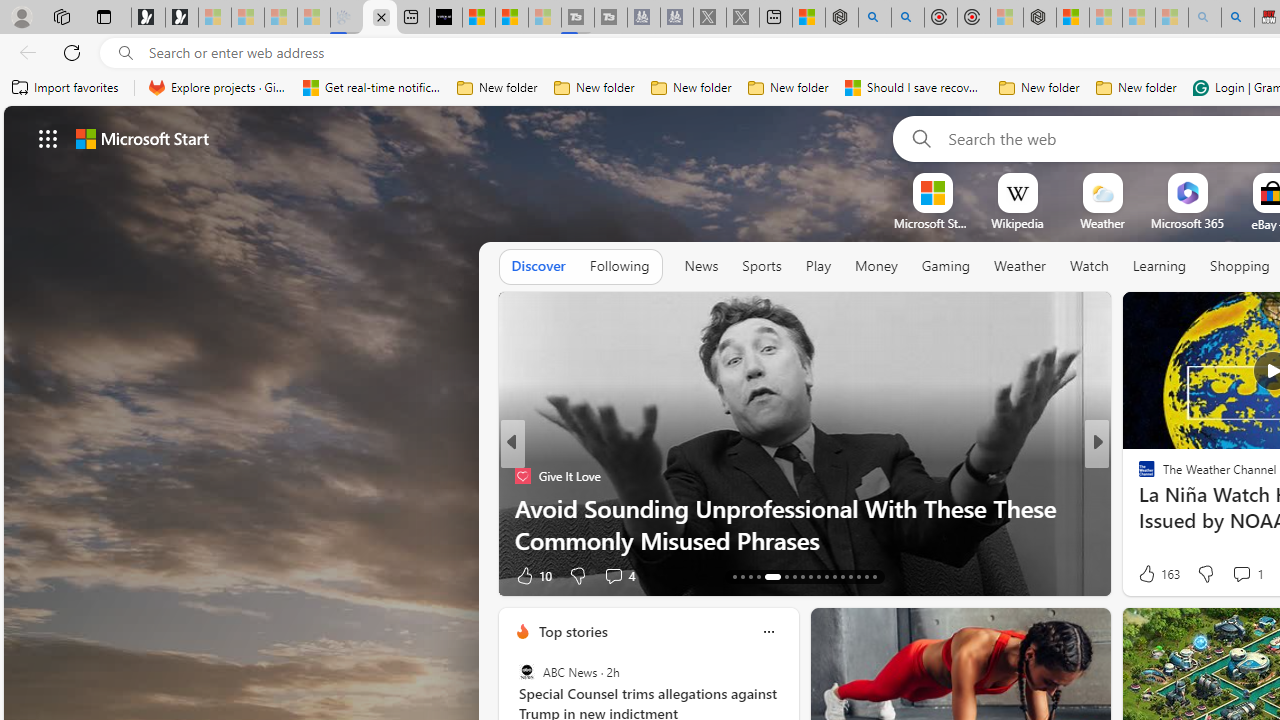 The image size is (1280, 720). What do you see at coordinates (526, 672) in the screenshot?
I see `'ABC News'` at bounding box center [526, 672].